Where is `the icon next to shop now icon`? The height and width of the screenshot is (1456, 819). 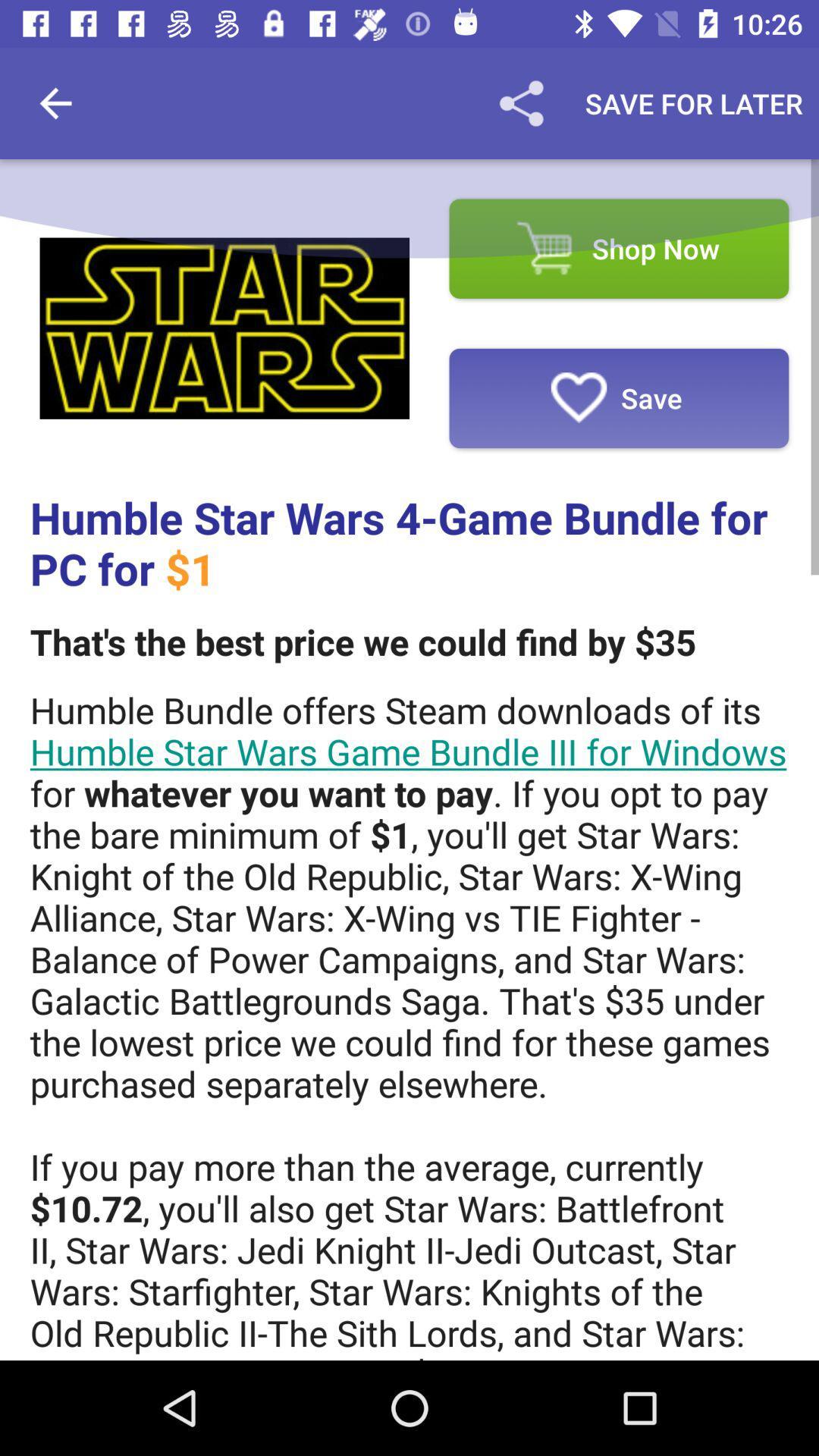 the icon next to shop now icon is located at coordinates (224, 328).